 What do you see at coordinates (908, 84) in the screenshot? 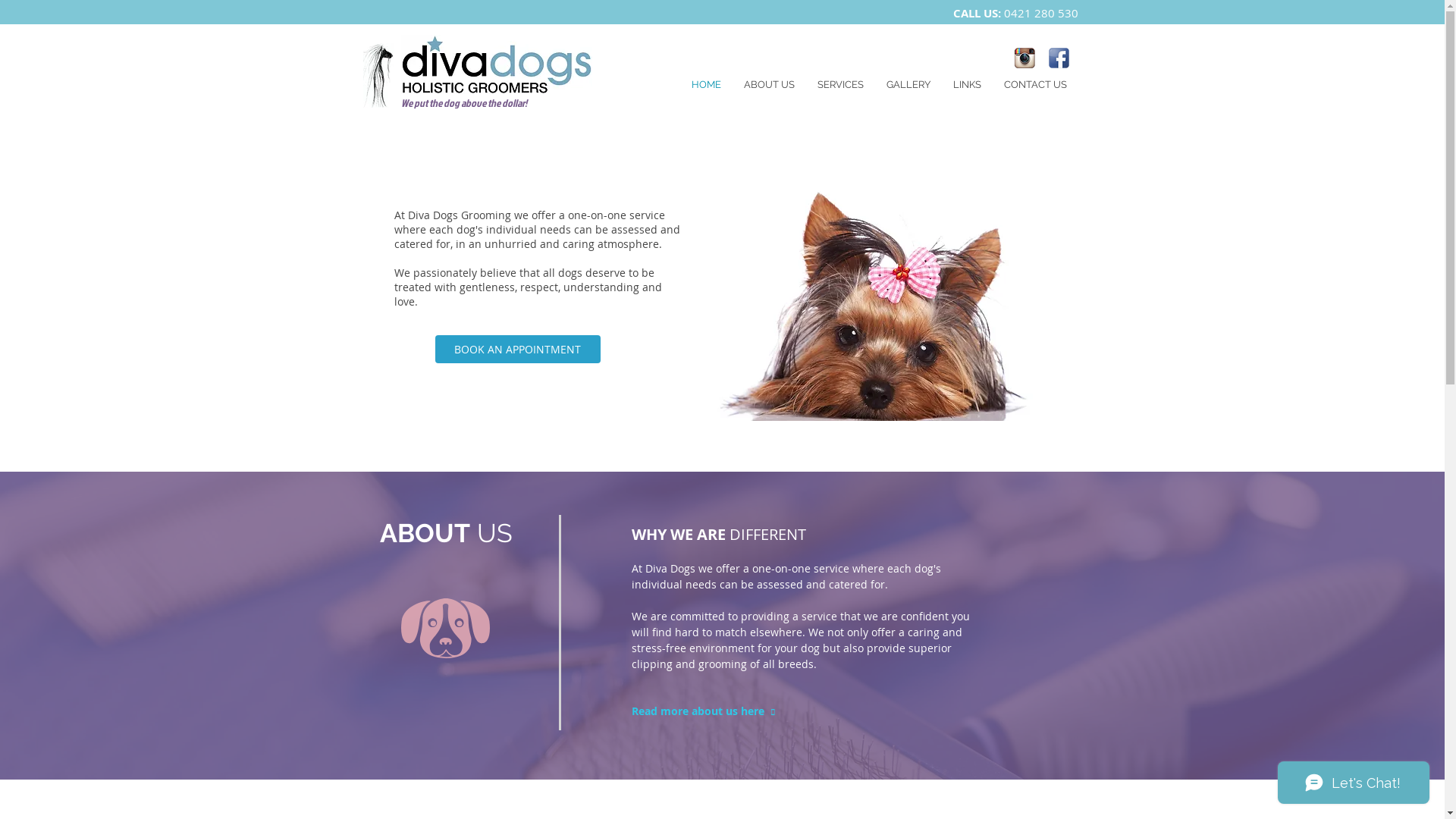
I see `'GALLERY'` at bounding box center [908, 84].